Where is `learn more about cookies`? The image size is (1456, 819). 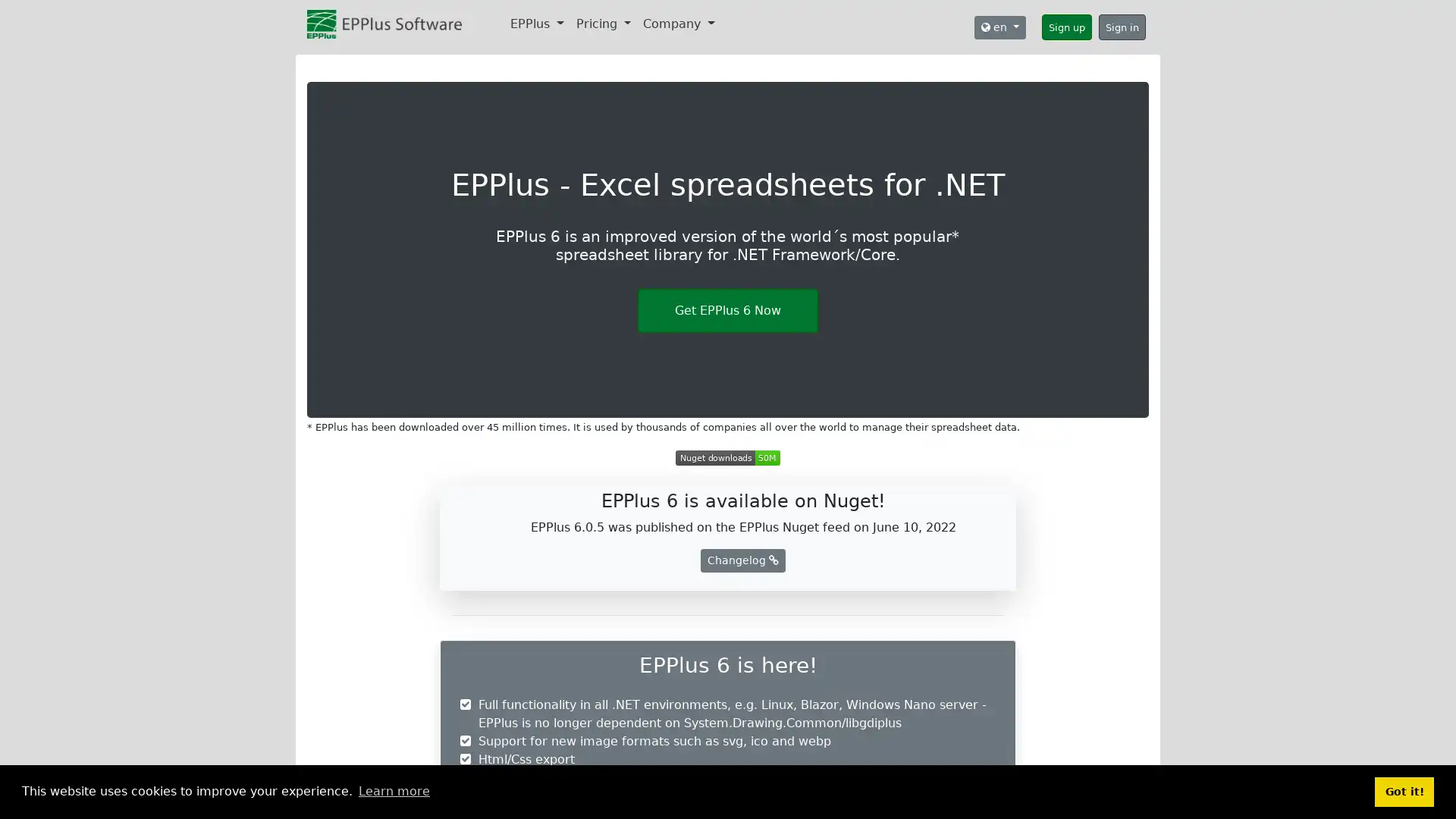 learn more about cookies is located at coordinates (394, 791).